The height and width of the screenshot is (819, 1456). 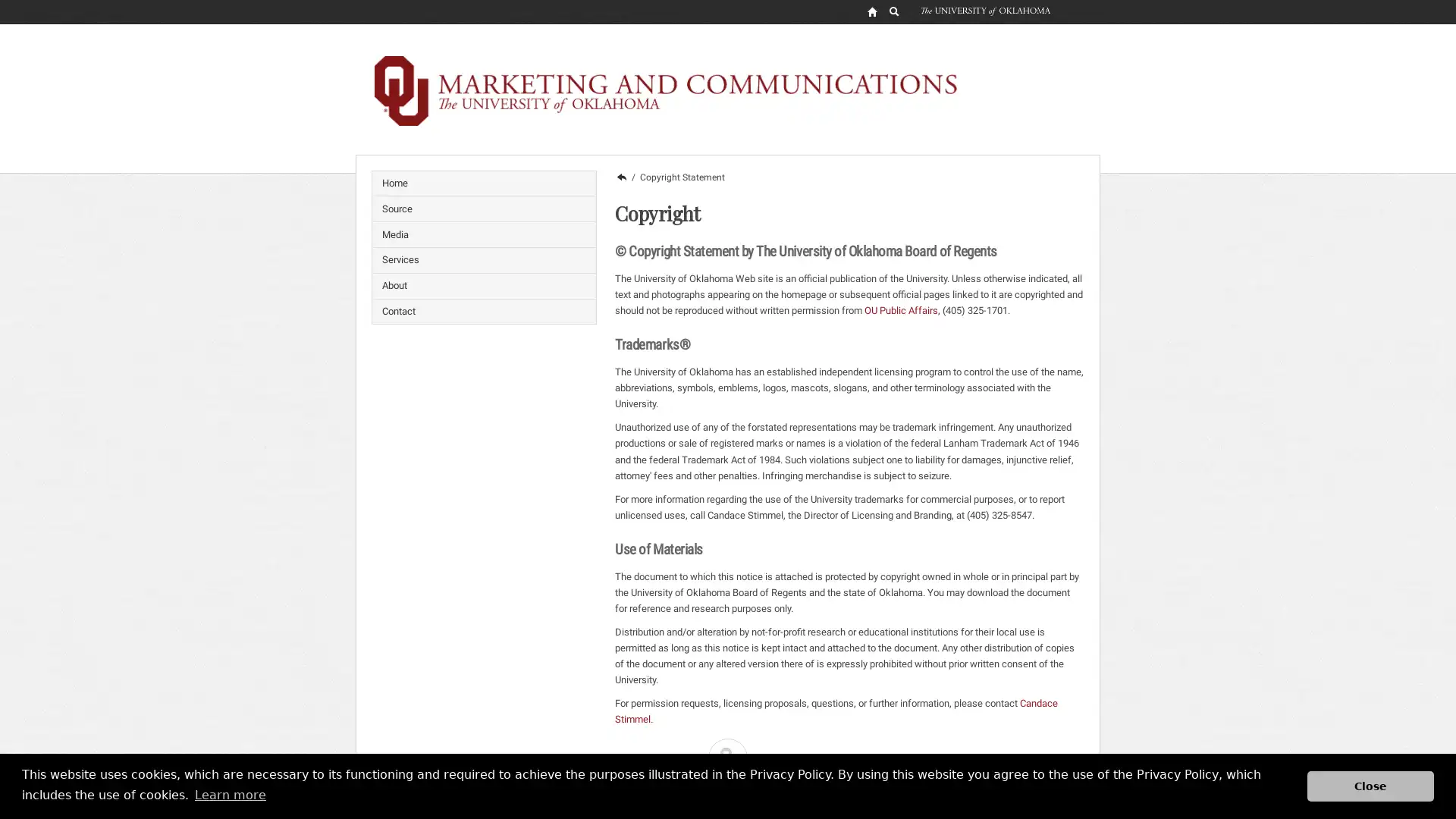 I want to click on learn more about cookies, so click(x=229, y=794).